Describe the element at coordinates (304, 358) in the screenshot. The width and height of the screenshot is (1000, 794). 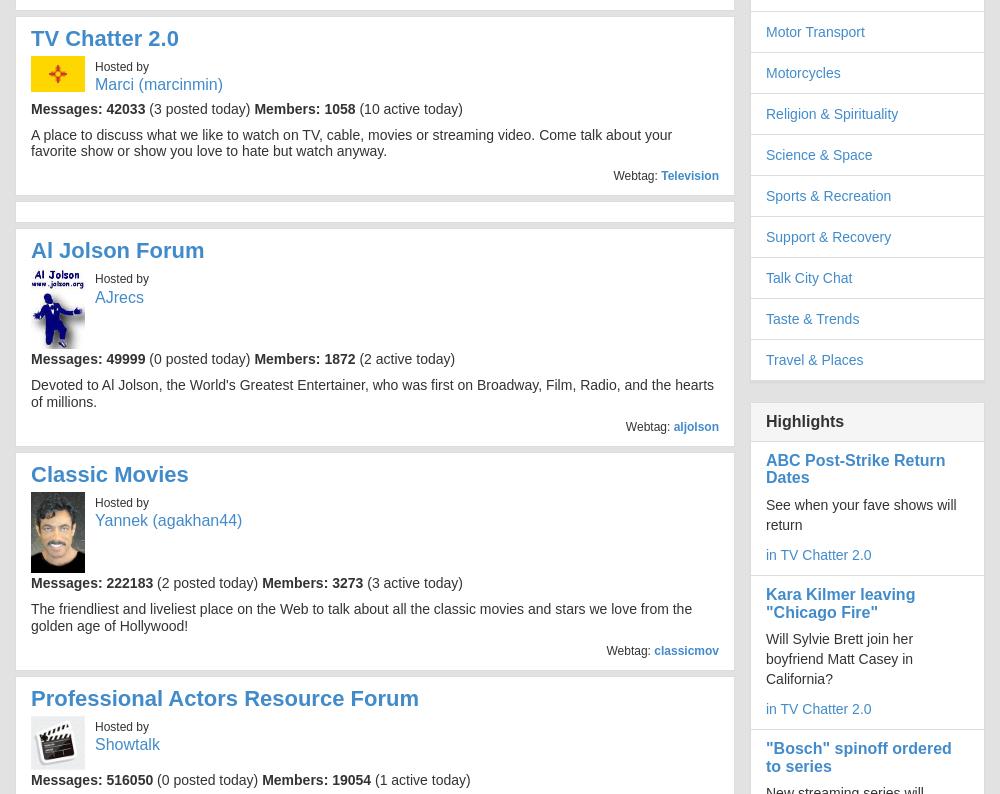
I see `'Members: 1872'` at that location.